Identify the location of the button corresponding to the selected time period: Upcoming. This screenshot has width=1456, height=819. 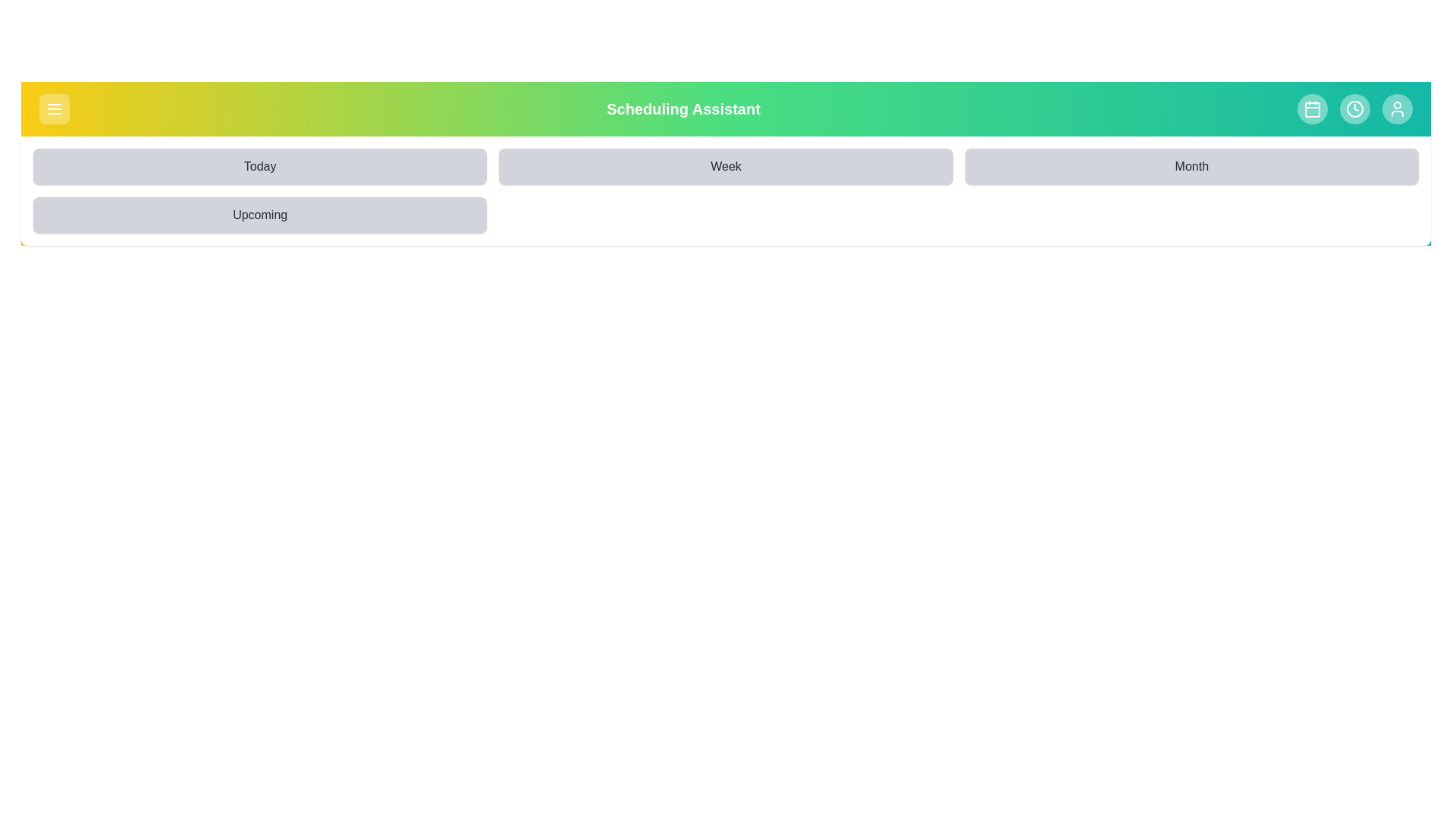
(259, 215).